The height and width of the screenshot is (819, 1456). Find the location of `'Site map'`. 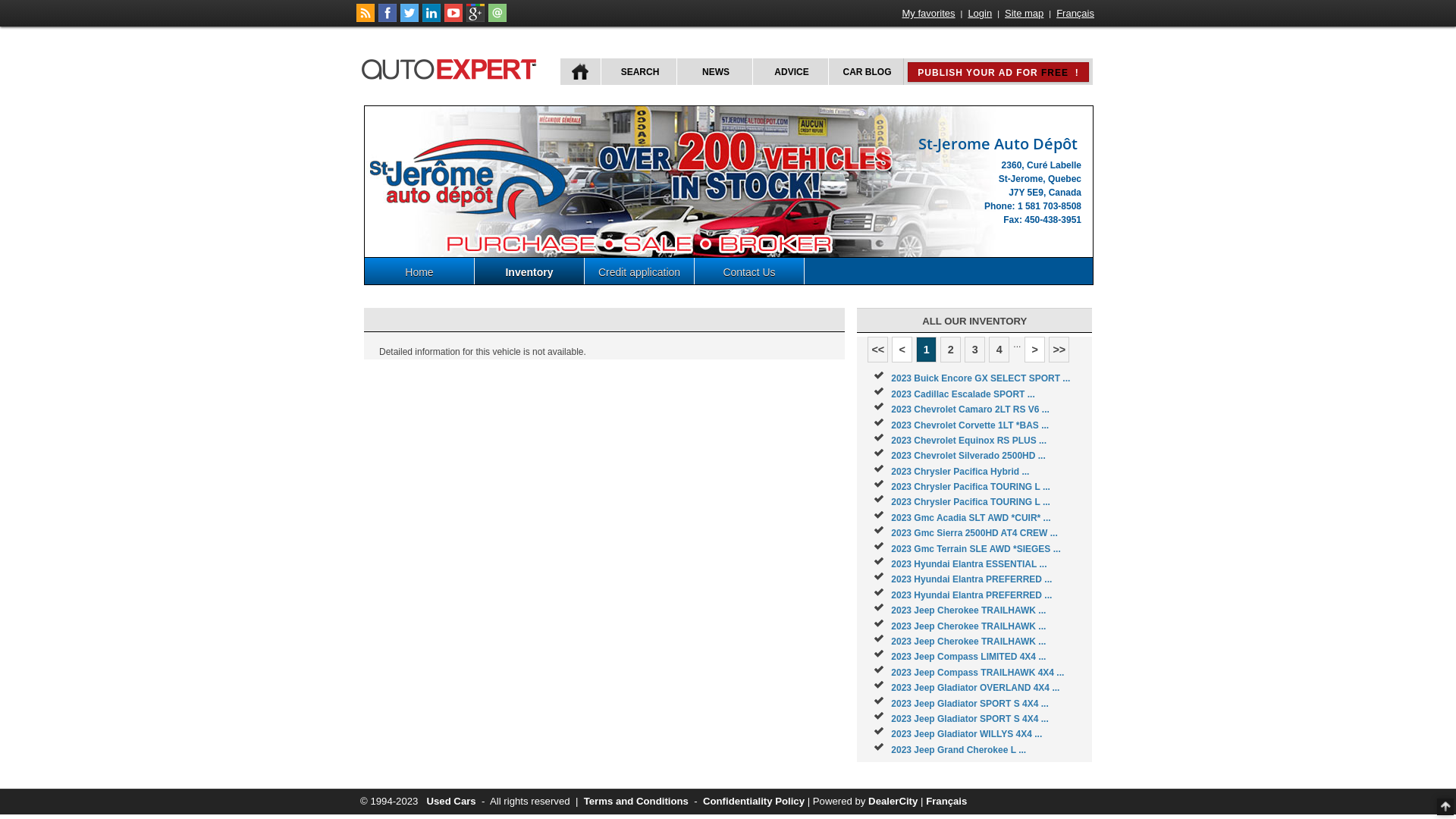

'Site map' is located at coordinates (1003, 13).